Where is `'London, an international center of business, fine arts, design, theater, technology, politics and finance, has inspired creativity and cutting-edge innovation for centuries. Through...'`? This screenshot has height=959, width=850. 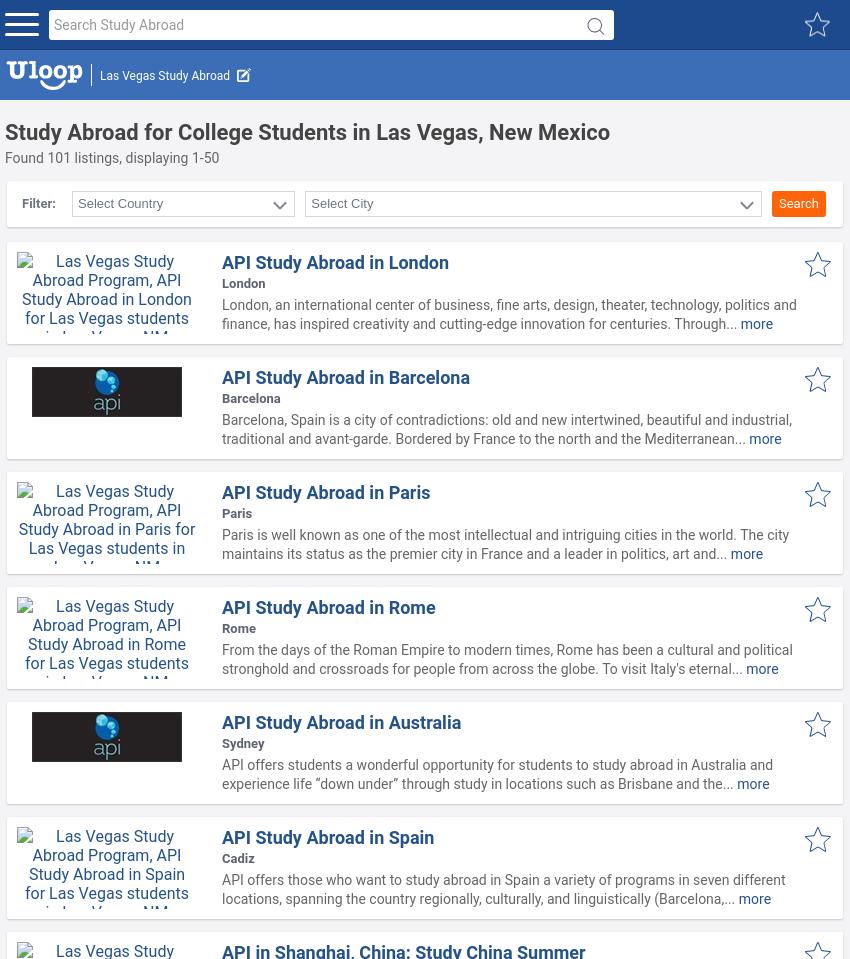
'London, an international center of business, fine arts, design, theater, technology, politics and finance, has inspired creativity and cutting-edge innovation for centuries. Through...' is located at coordinates (508, 313).